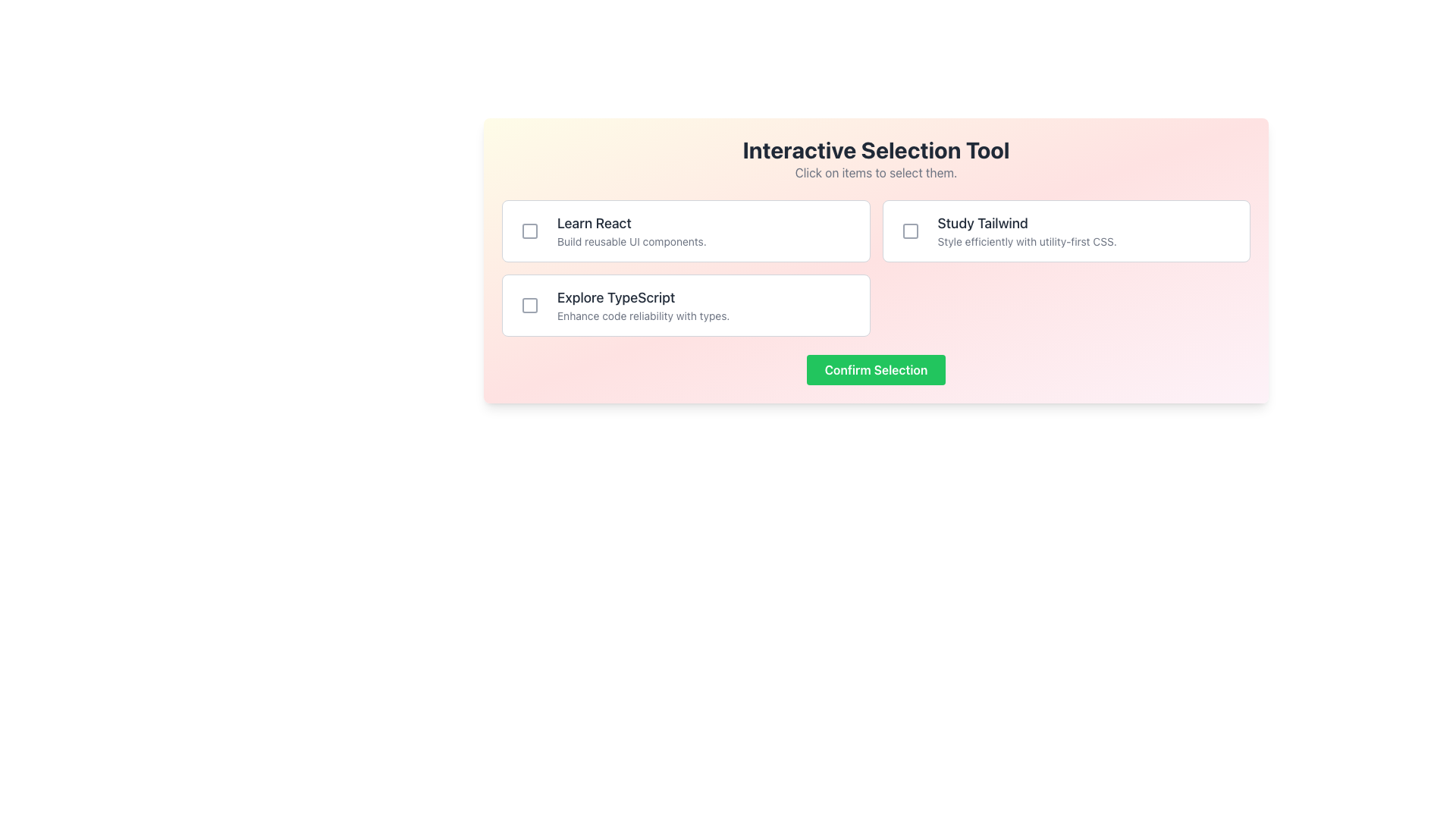 The image size is (1456, 819). I want to click on the title text at the top center of the interactive panel, which provides context to the users, so click(876, 149).